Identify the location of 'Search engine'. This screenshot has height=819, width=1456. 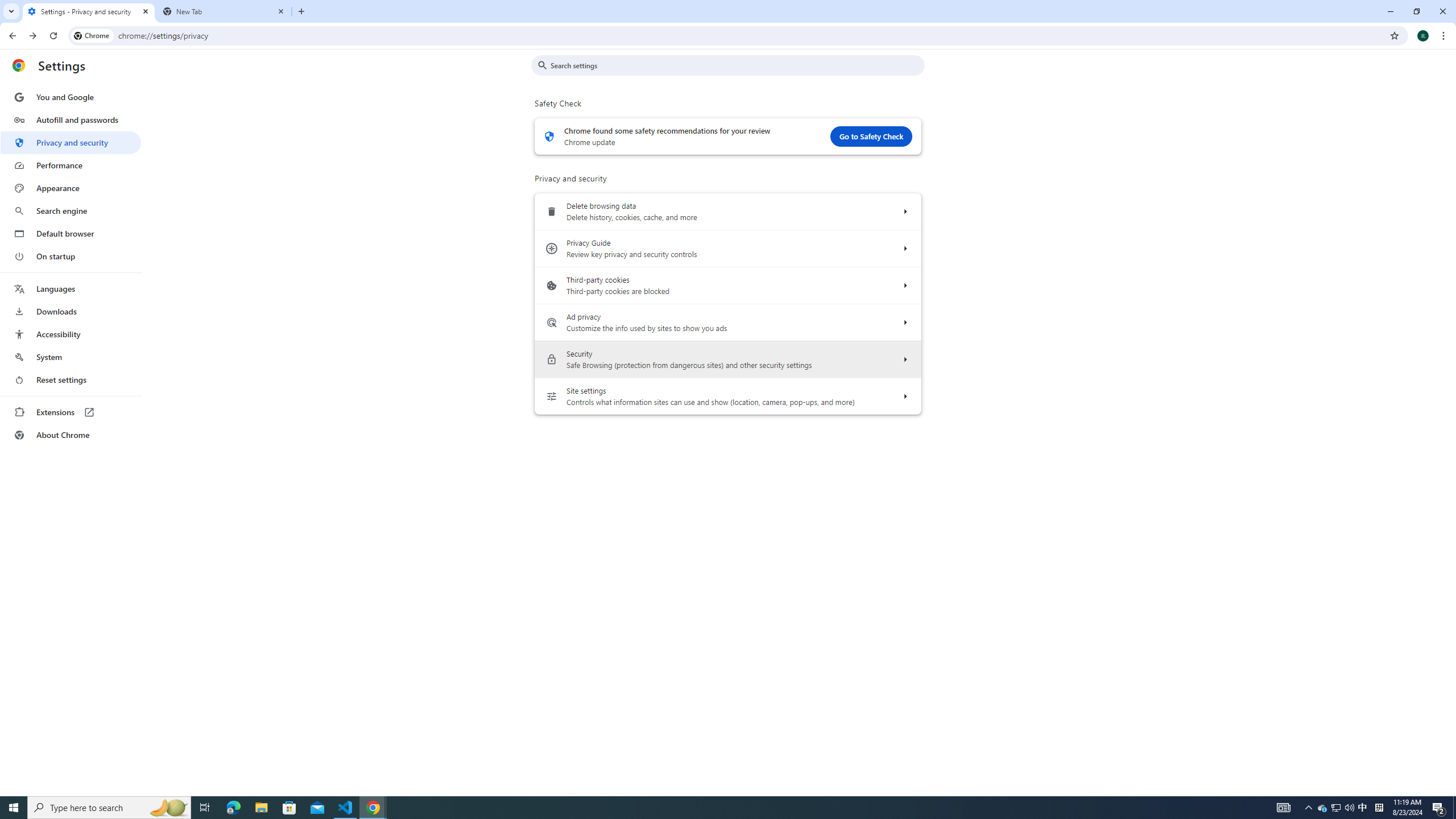
(70, 211).